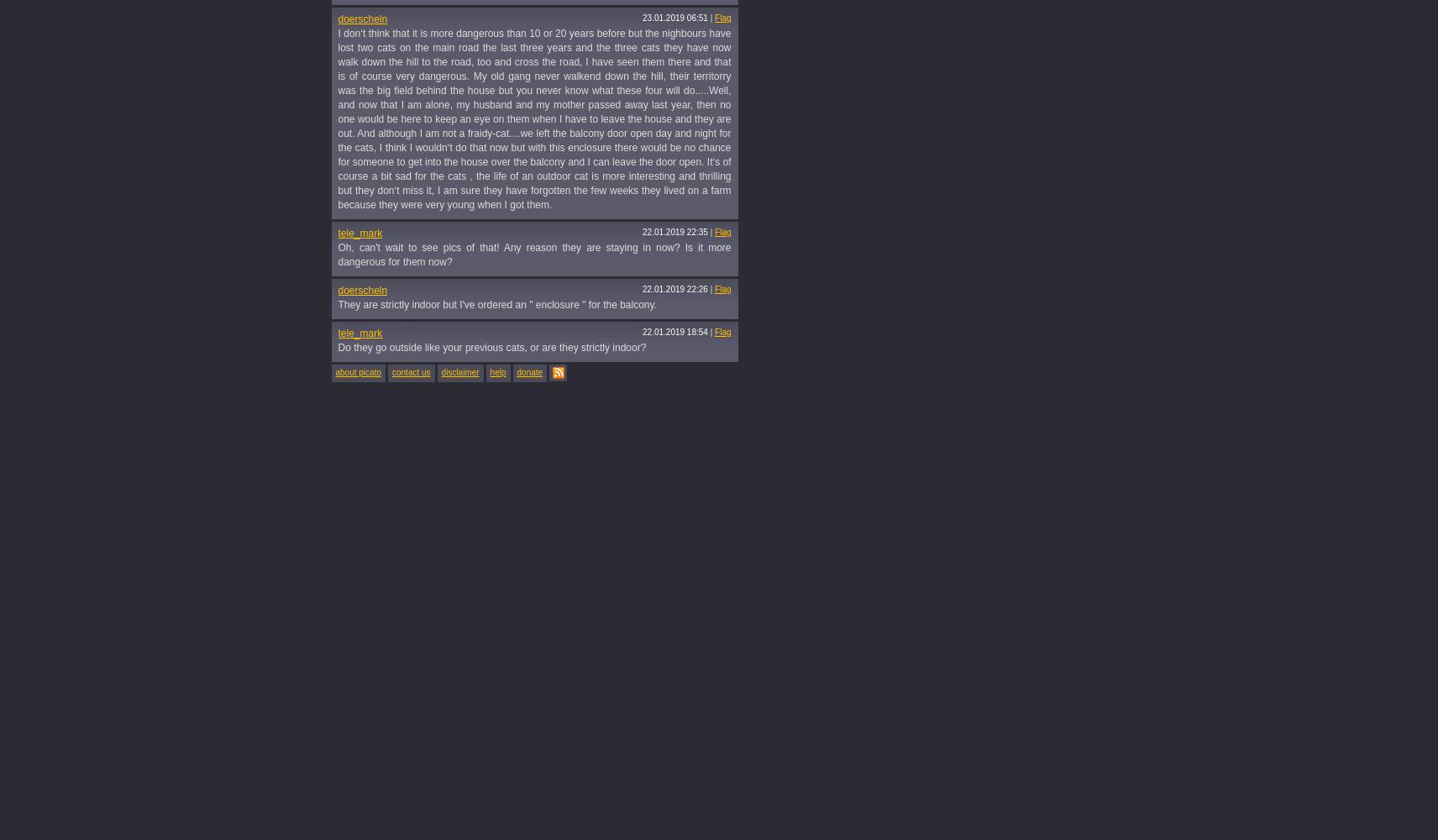 The height and width of the screenshot is (840, 1438). I want to click on 'Oh, can't wait to see pics of that!  Any reason they are staying in now? Is it more dangerous for them now?', so click(533, 255).